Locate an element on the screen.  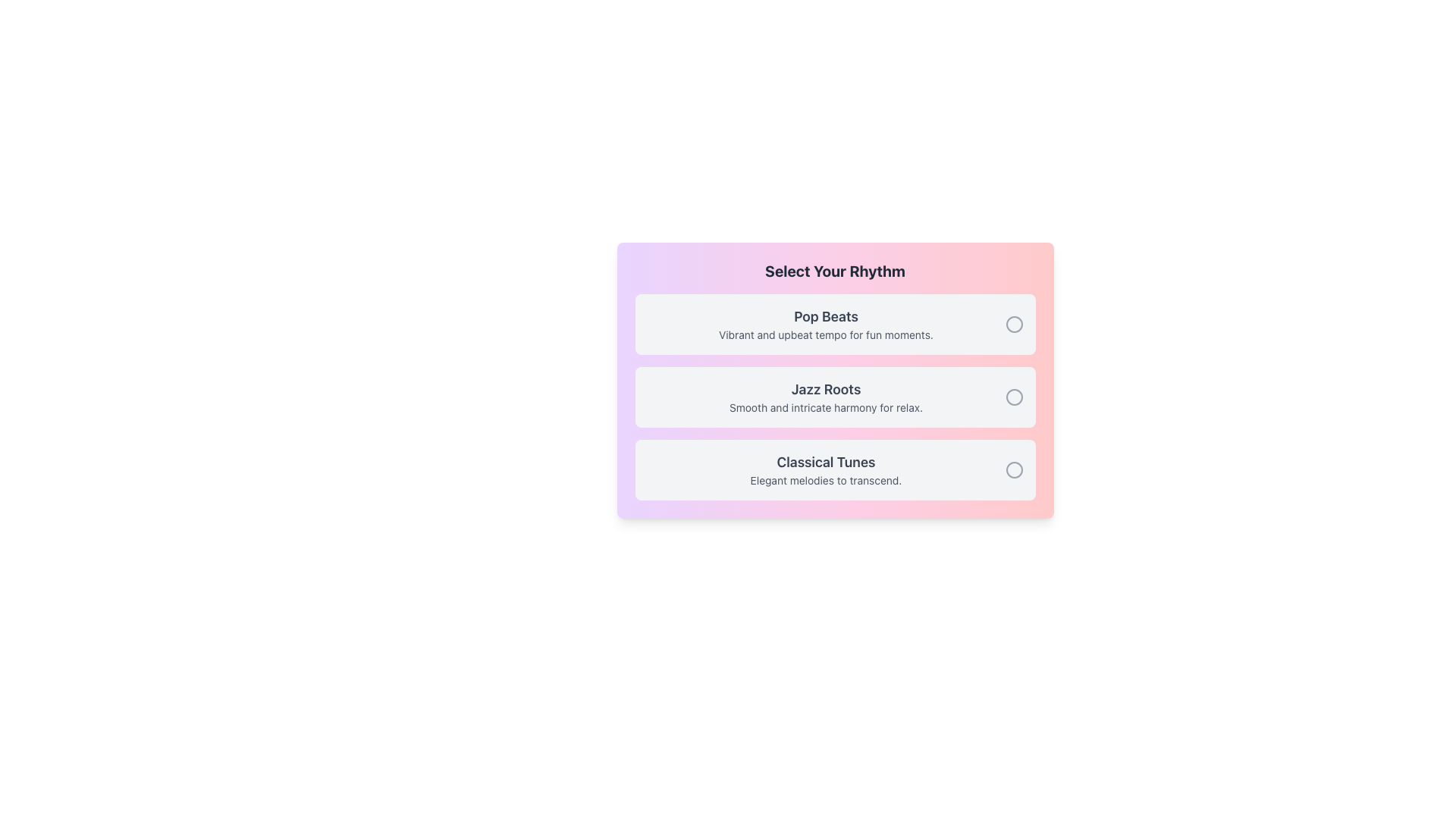
the Checkbox or radio button at the far right end of the 'Jazz Roots' list item in the 'Select Your Rhythm' section is located at coordinates (1014, 397).